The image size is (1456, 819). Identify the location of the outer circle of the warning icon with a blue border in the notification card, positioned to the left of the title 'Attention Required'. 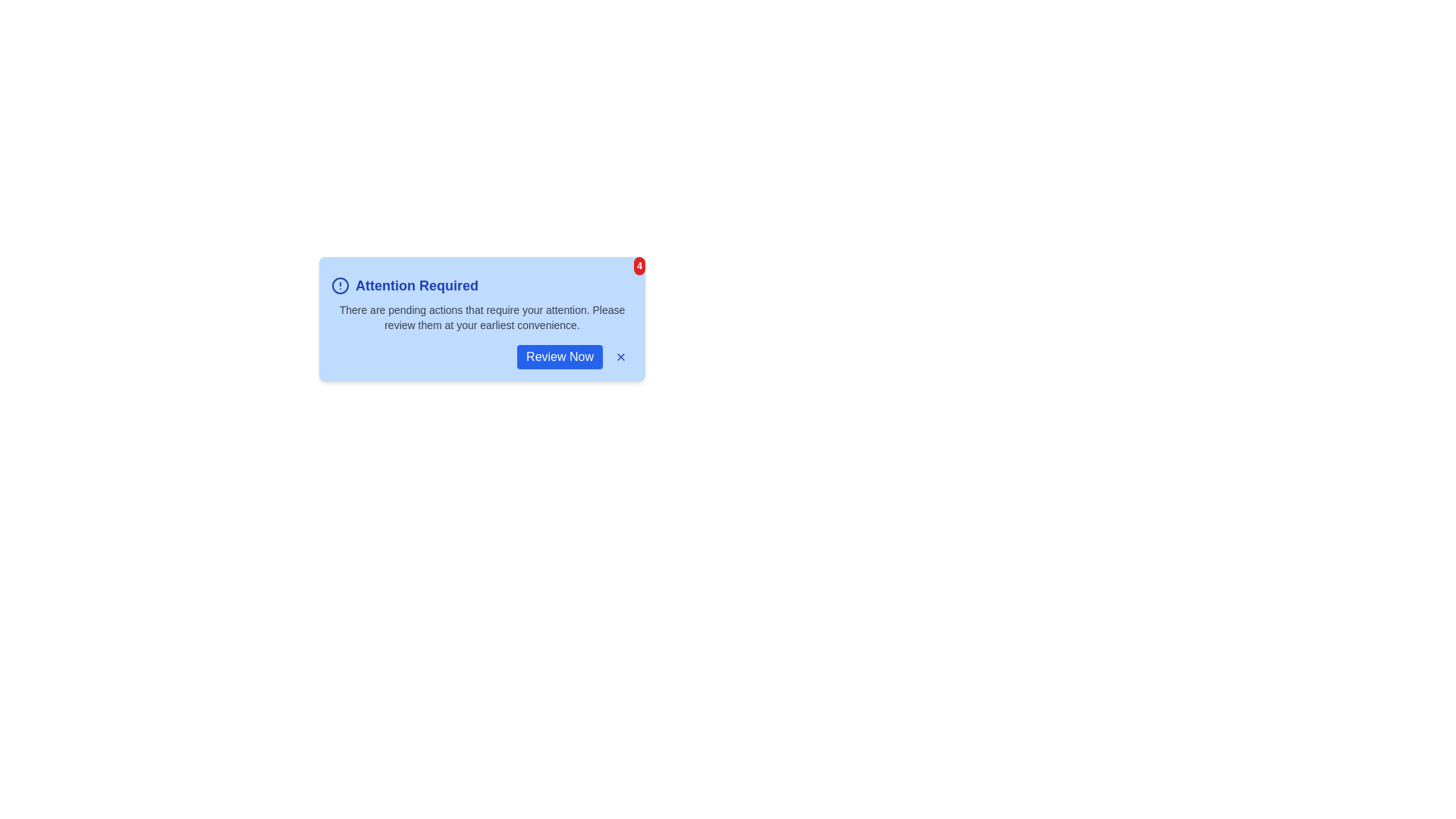
(340, 286).